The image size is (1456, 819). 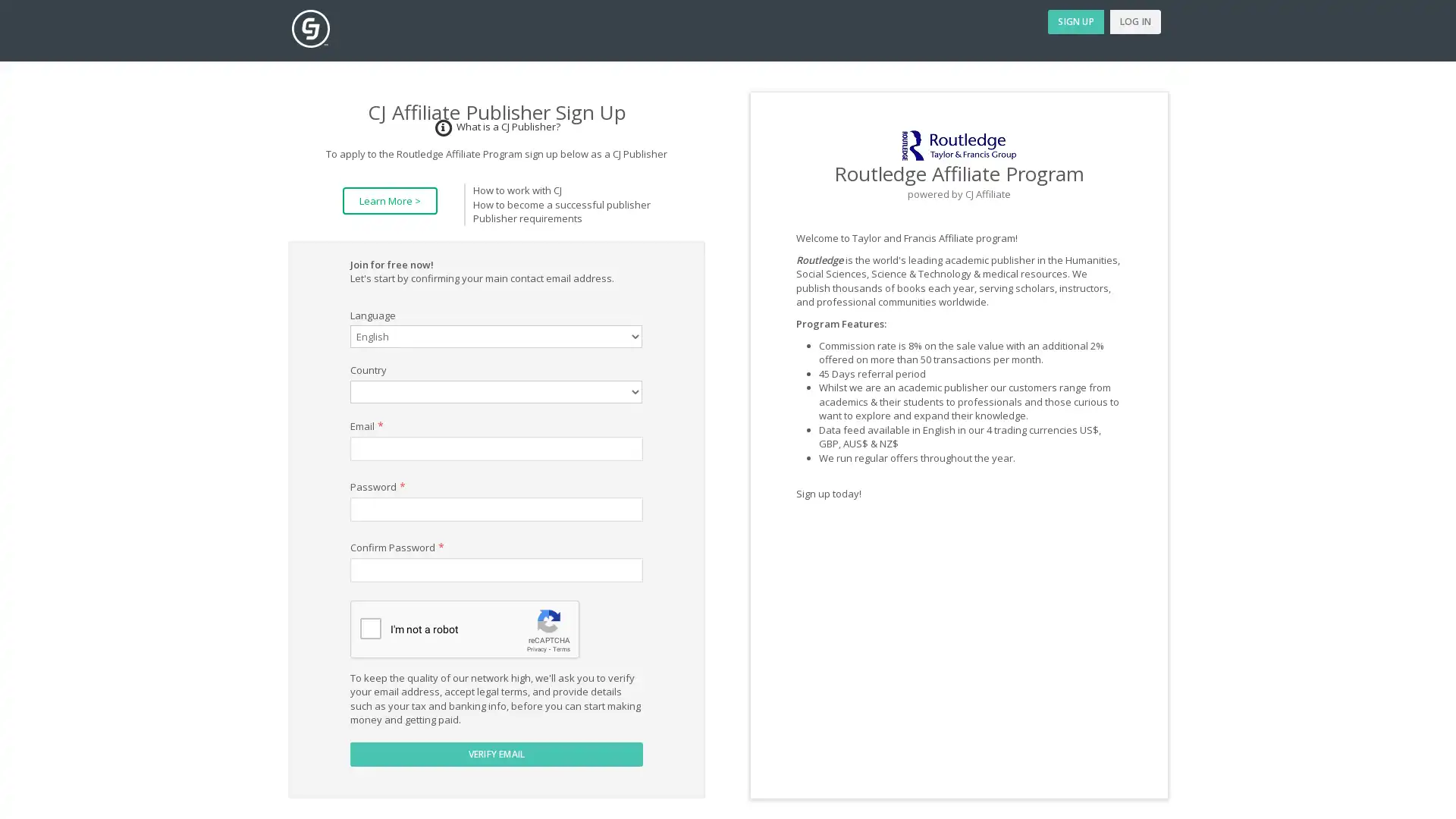 I want to click on LOG IN, so click(x=1135, y=22).